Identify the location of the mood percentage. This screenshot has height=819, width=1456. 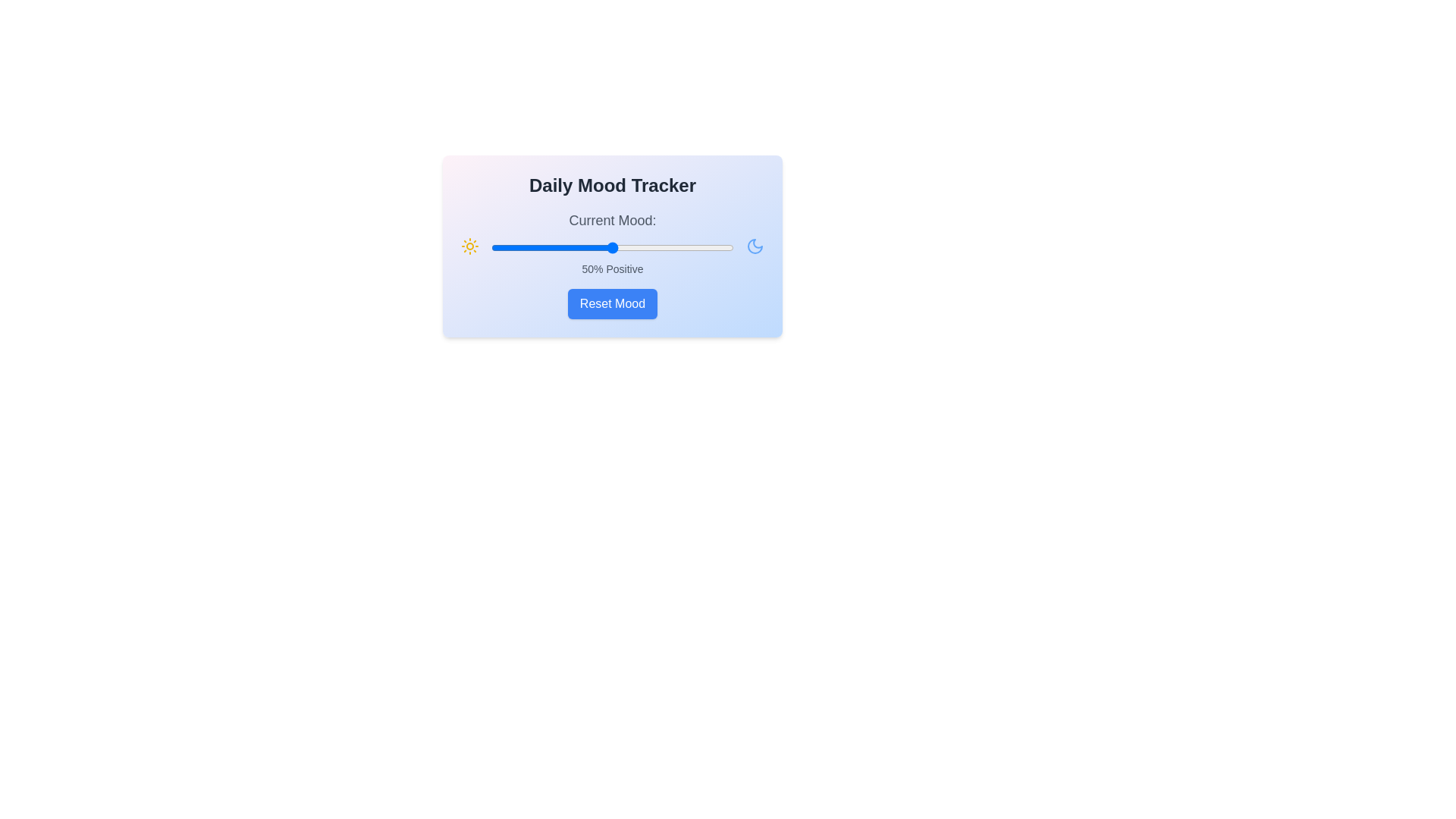
(716, 247).